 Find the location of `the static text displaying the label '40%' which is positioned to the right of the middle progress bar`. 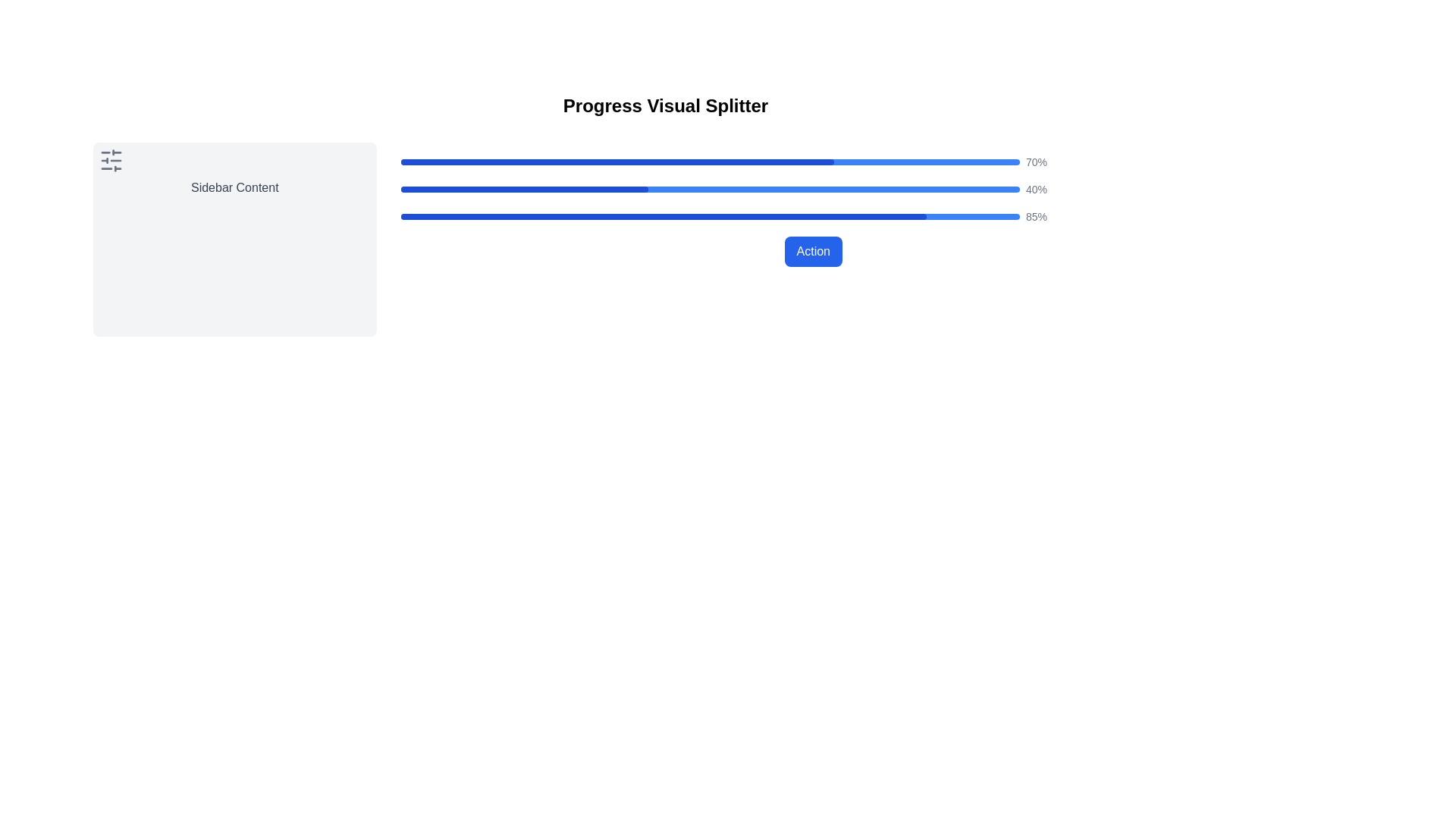

the static text displaying the label '40%' which is positioned to the right of the middle progress bar is located at coordinates (1035, 189).